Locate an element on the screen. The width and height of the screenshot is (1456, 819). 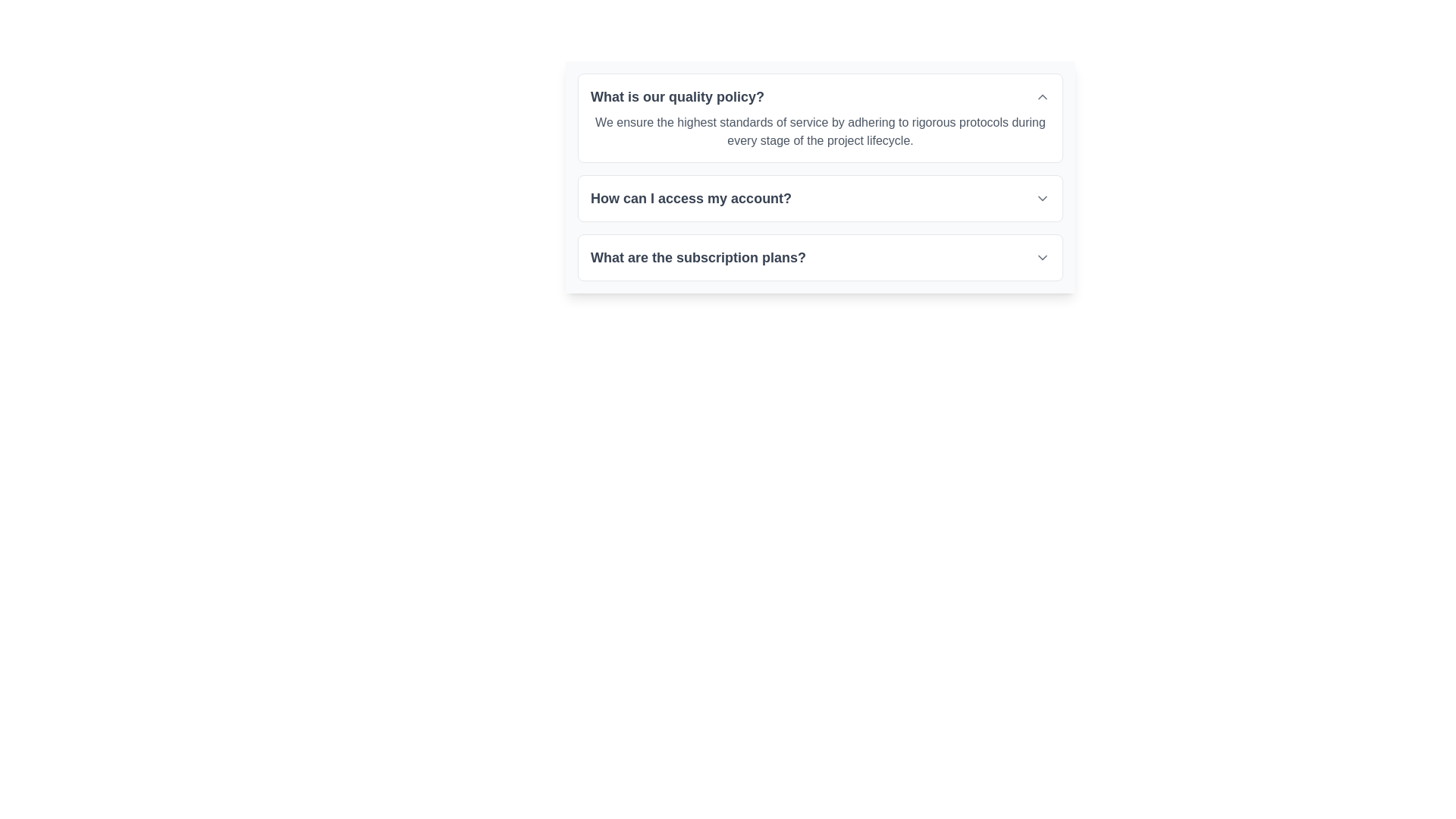
the informational text block titled 'What is our quality policy?' is located at coordinates (819, 117).